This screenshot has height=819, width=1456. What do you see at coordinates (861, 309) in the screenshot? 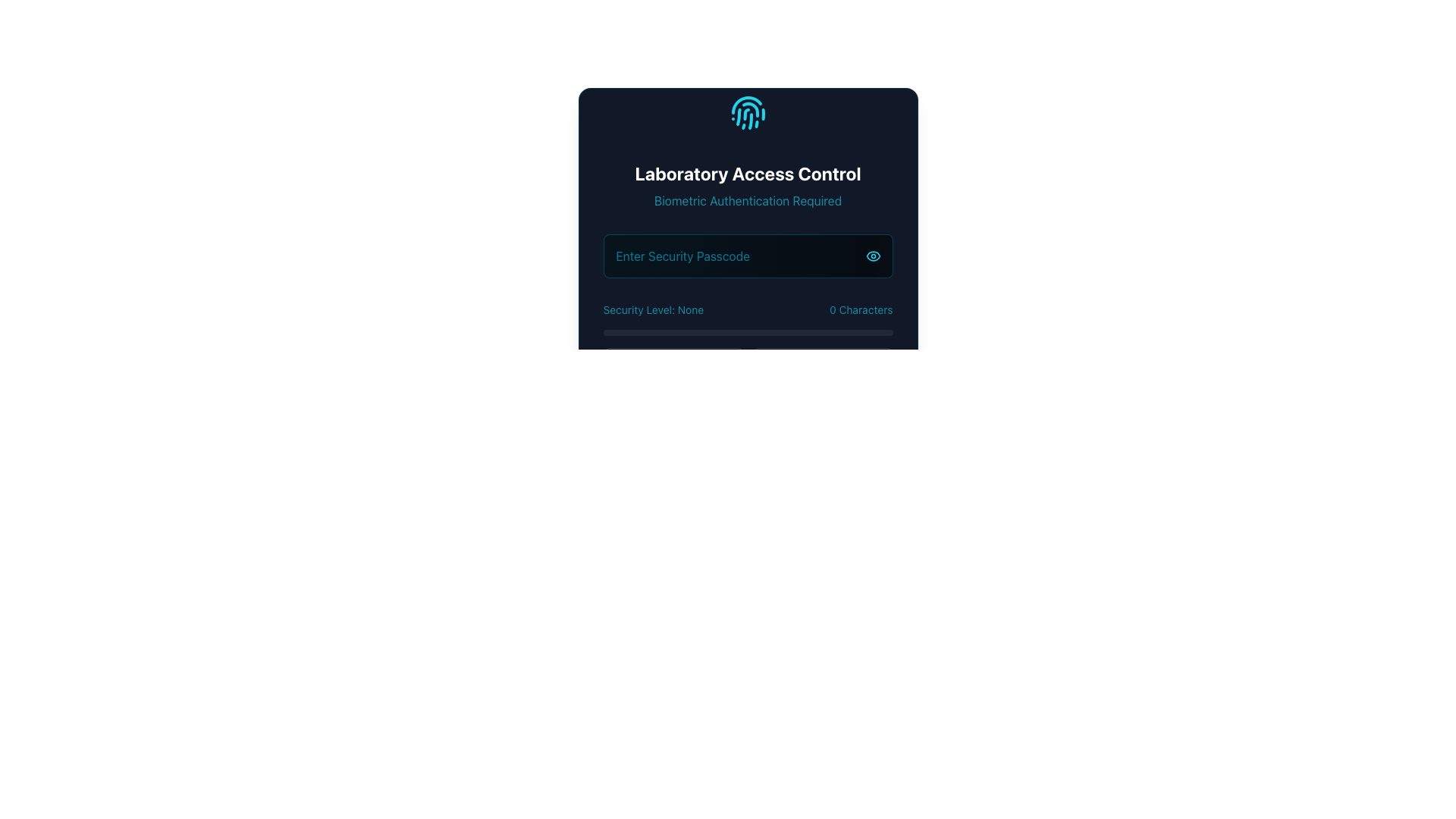
I see `the static text label displaying '0 Characters', which is styled in light blue and located to the right of 'Security Level: None'` at bounding box center [861, 309].